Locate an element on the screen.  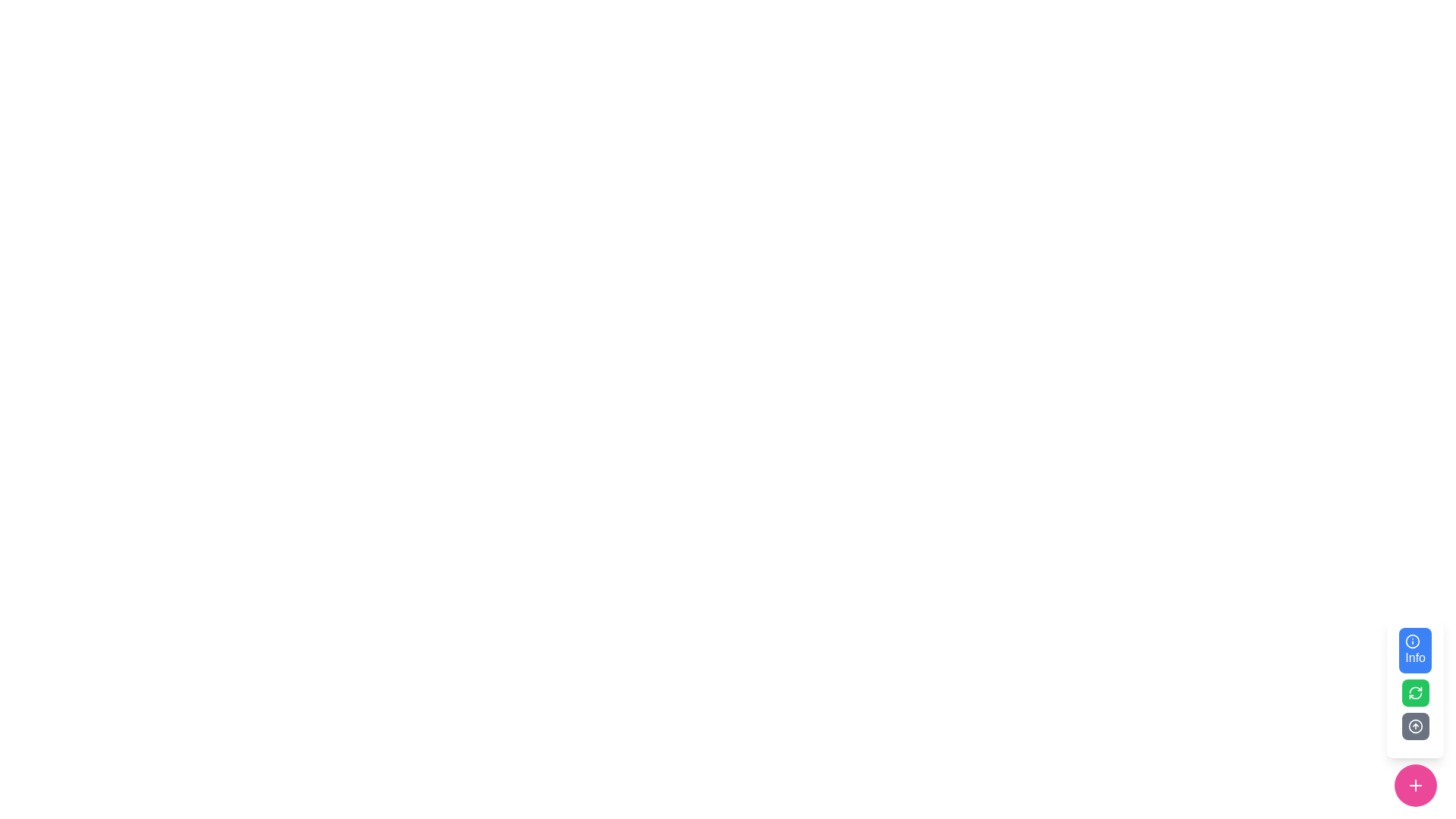
the green square-shaped refresh button with a white circular arrow icon located between the blue 'Info' button and the gray upward arrow button is located at coordinates (1414, 693).